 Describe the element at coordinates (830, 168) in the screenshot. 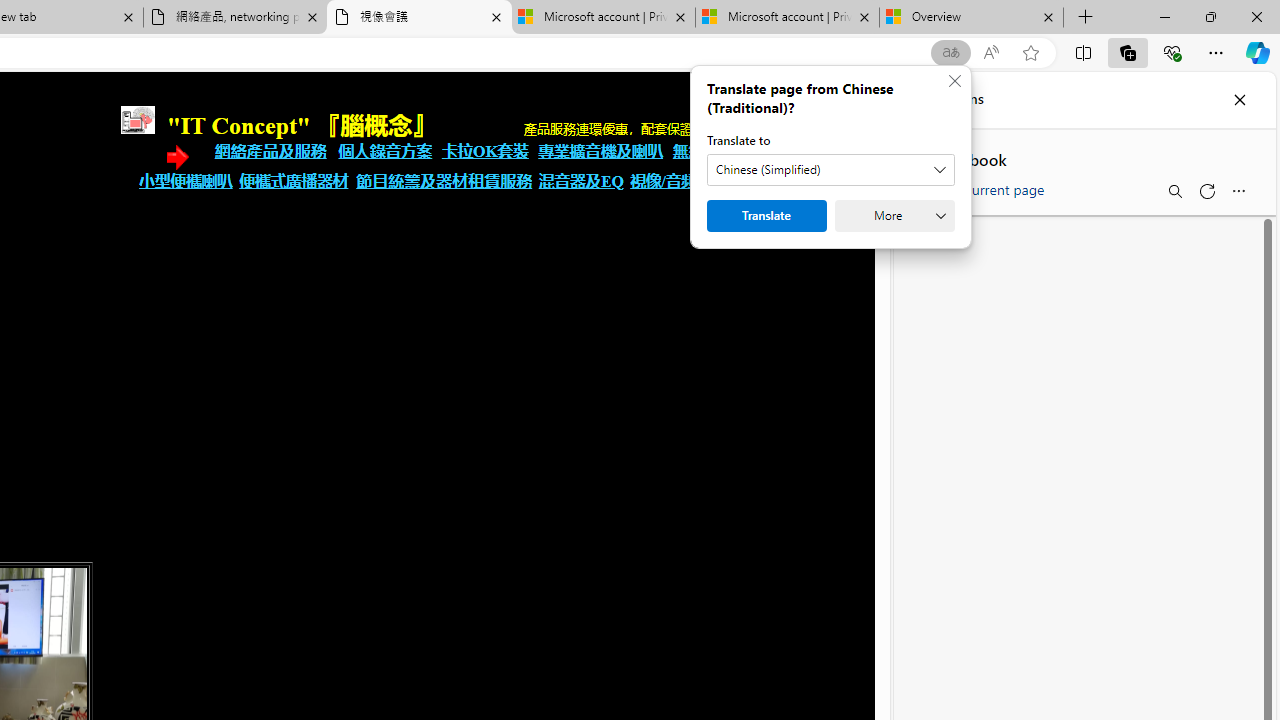

I see `'Translate to'` at that location.